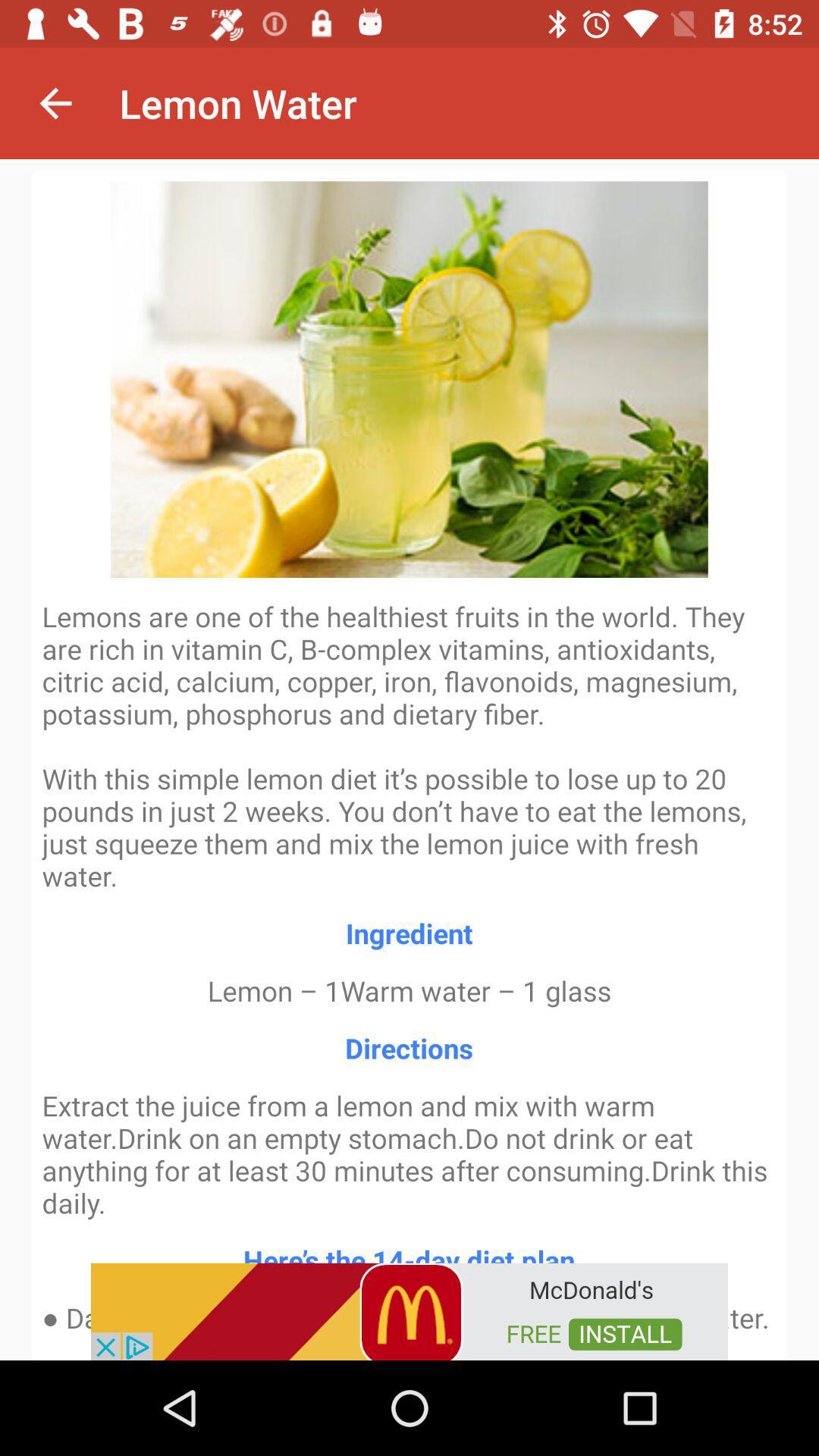  I want to click on the item below extract the juice item, so click(409, 1310).